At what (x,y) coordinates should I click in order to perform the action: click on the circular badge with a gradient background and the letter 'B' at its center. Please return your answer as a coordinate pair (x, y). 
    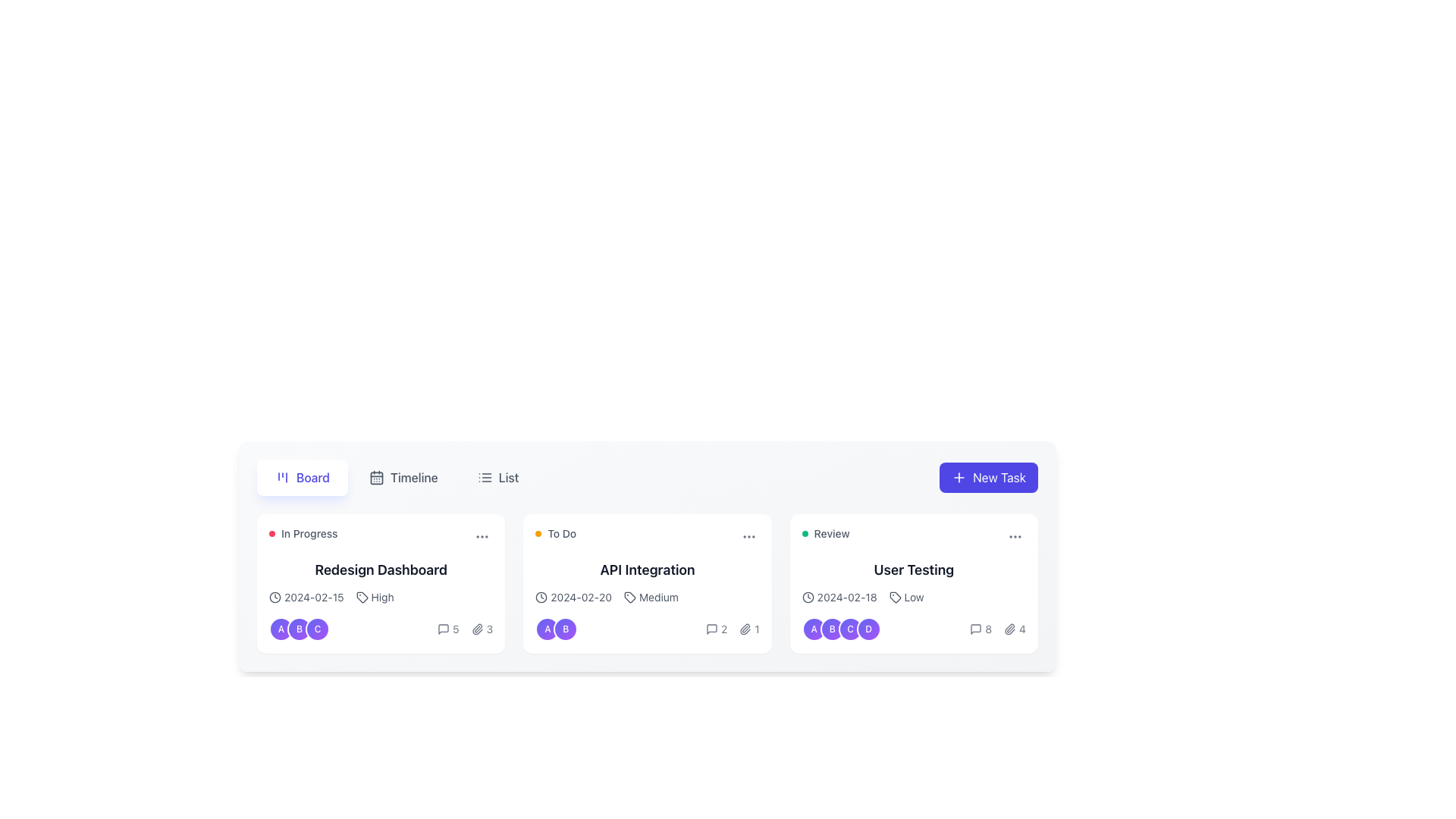
    Looking at the image, I should click on (299, 629).